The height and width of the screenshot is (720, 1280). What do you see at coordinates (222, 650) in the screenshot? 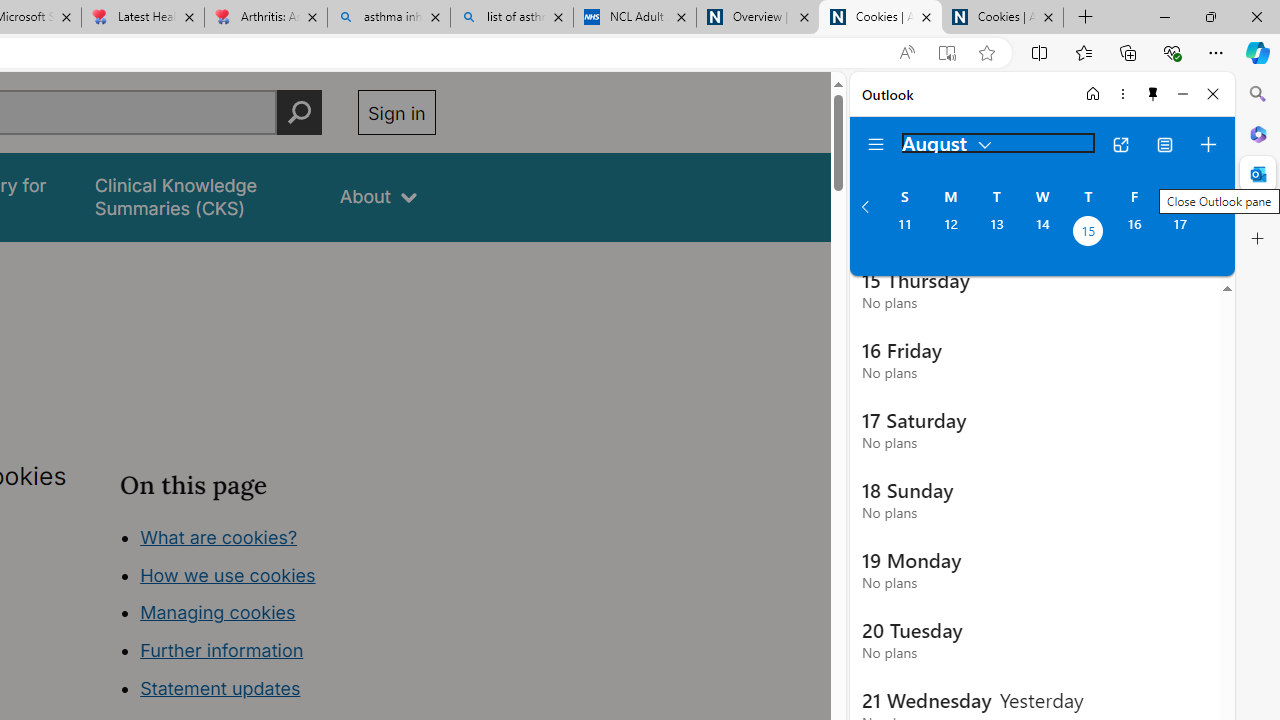
I see `'Further information'` at bounding box center [222, 650].